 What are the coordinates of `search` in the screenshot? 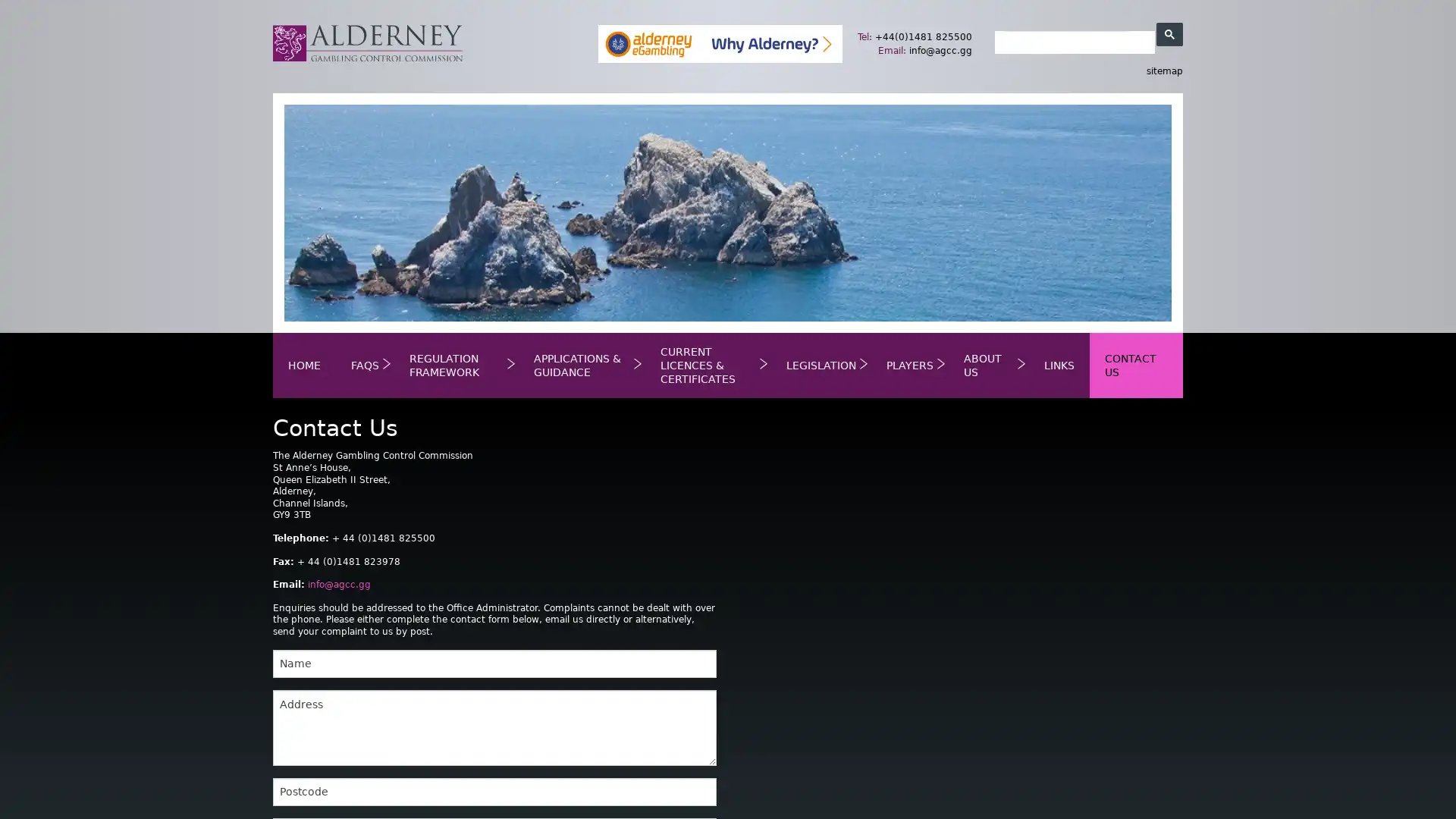 It's located at (1169, 34).